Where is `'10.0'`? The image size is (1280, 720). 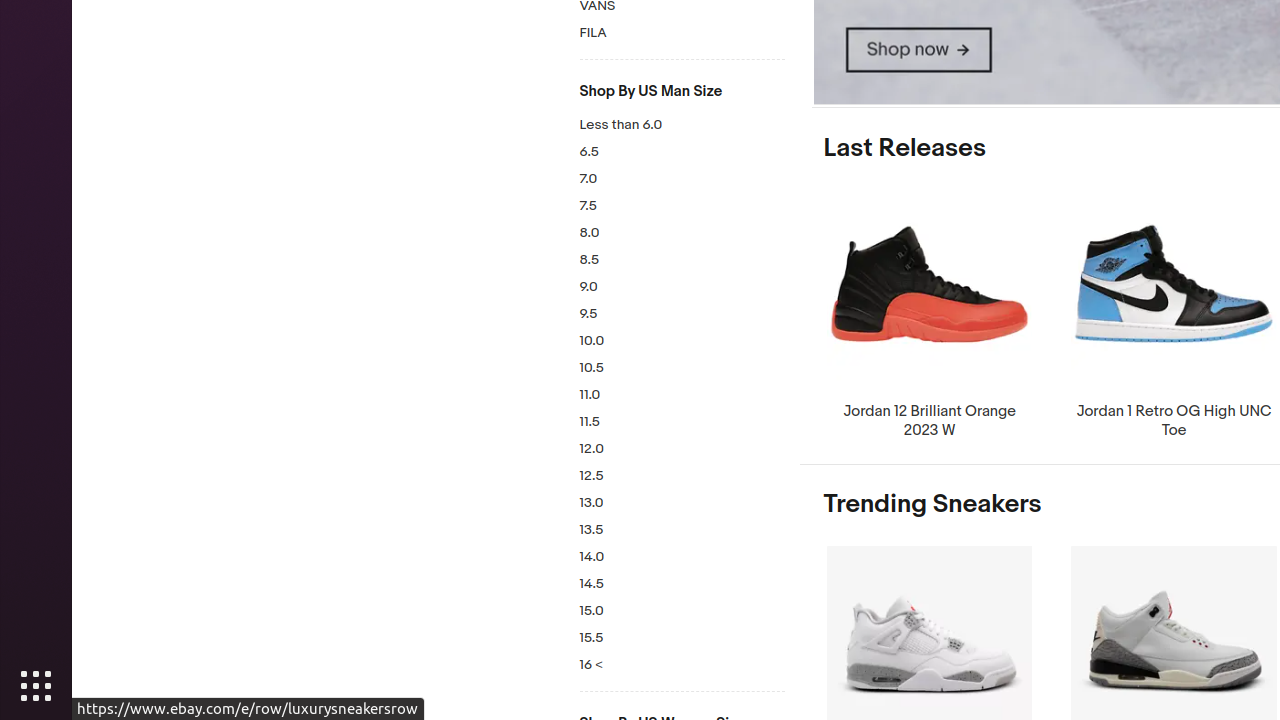
'10.0' is located at coordinates (681, 340).